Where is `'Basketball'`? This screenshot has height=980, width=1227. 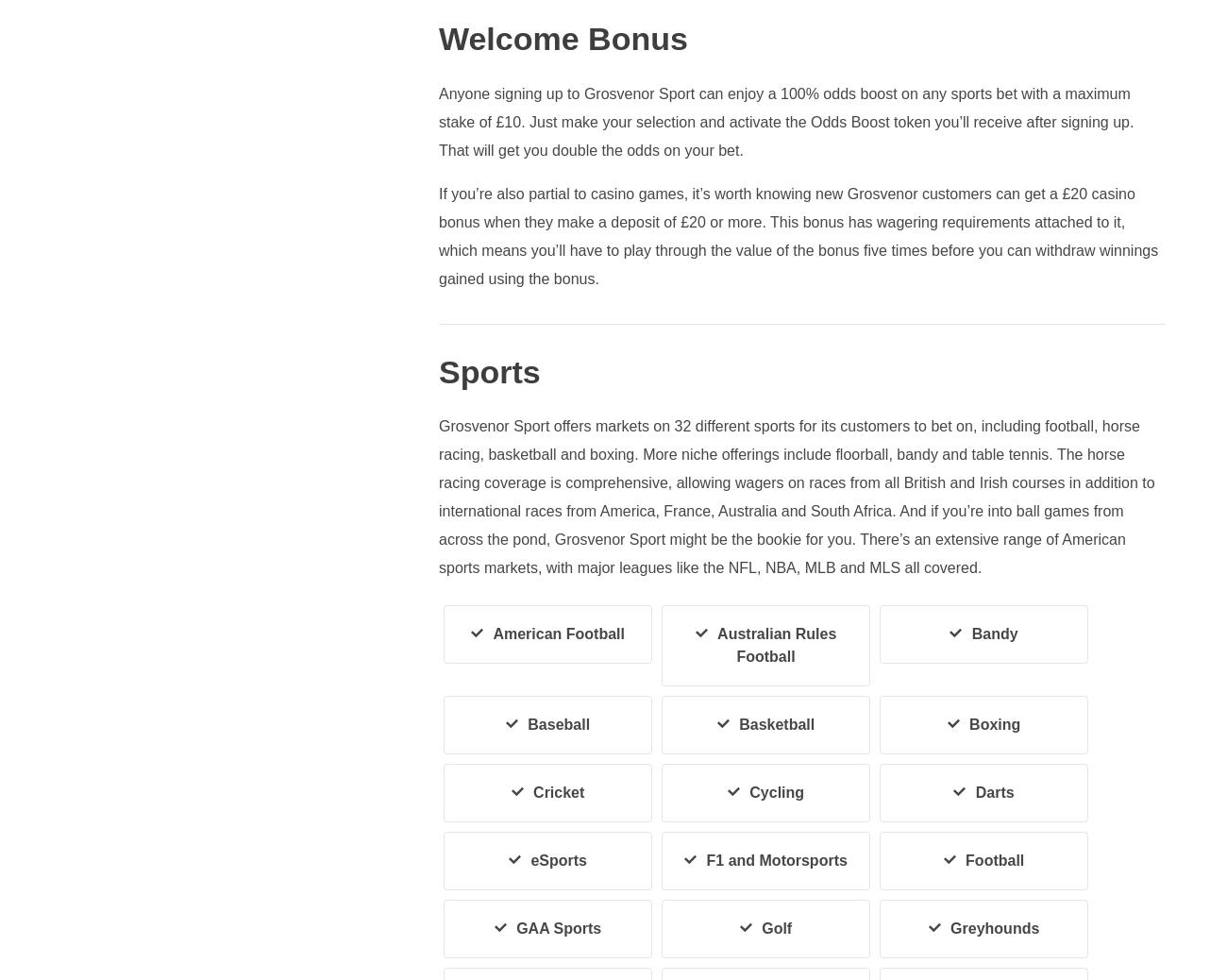
'Basketball' is located at coordinates (777, 723).